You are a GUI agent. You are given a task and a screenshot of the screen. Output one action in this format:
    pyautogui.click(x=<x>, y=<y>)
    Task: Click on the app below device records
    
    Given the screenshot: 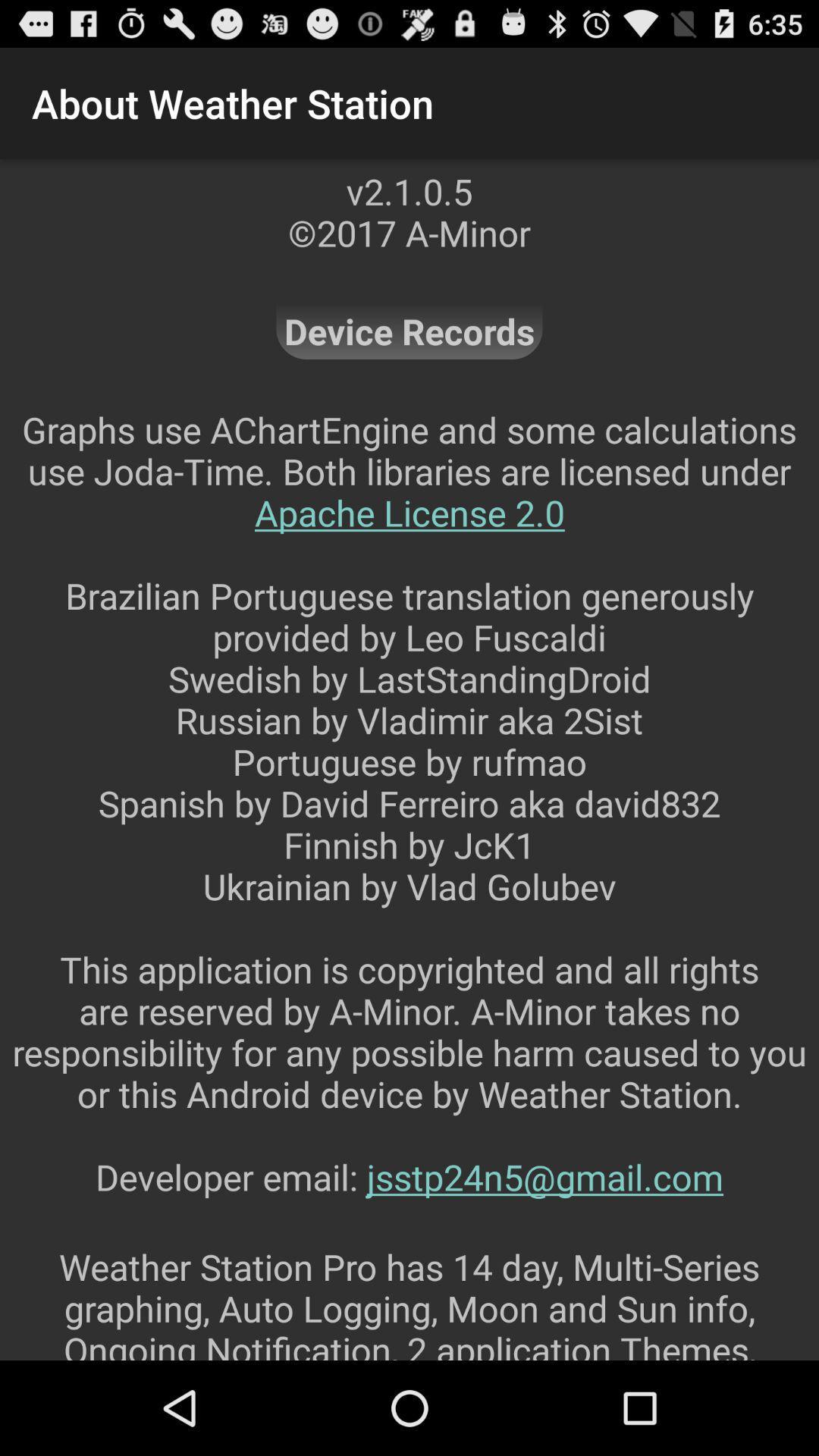 What is the action you would take?
    pyautogui.click(x=409, y=823)
    